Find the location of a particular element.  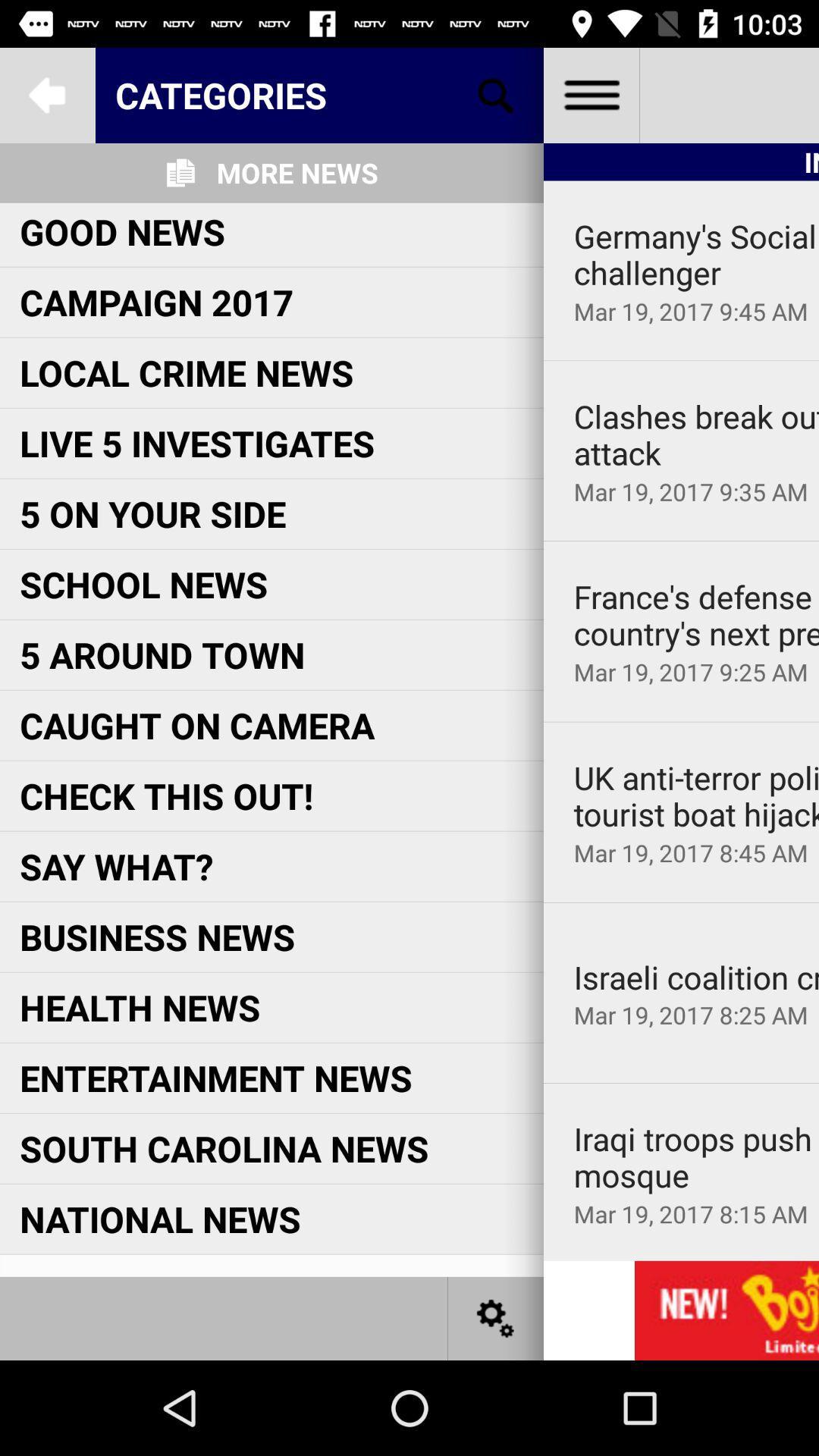

the search icon is located at coordinates (496, 94).